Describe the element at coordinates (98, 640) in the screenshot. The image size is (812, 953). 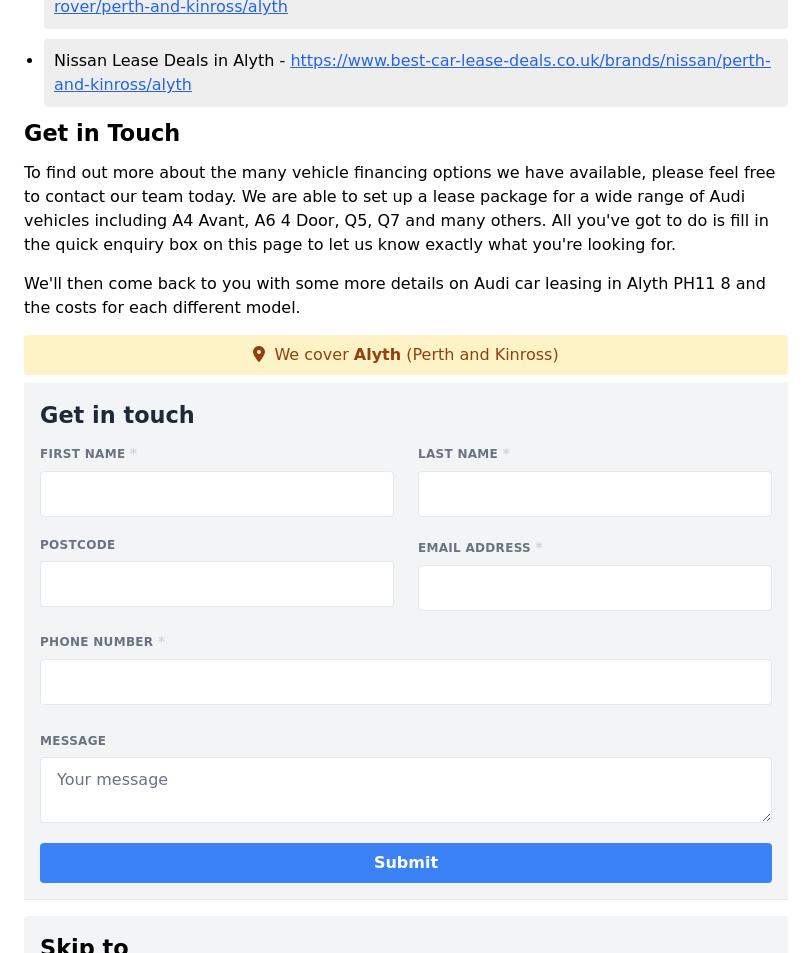
I see `'Phone number'` at that location.